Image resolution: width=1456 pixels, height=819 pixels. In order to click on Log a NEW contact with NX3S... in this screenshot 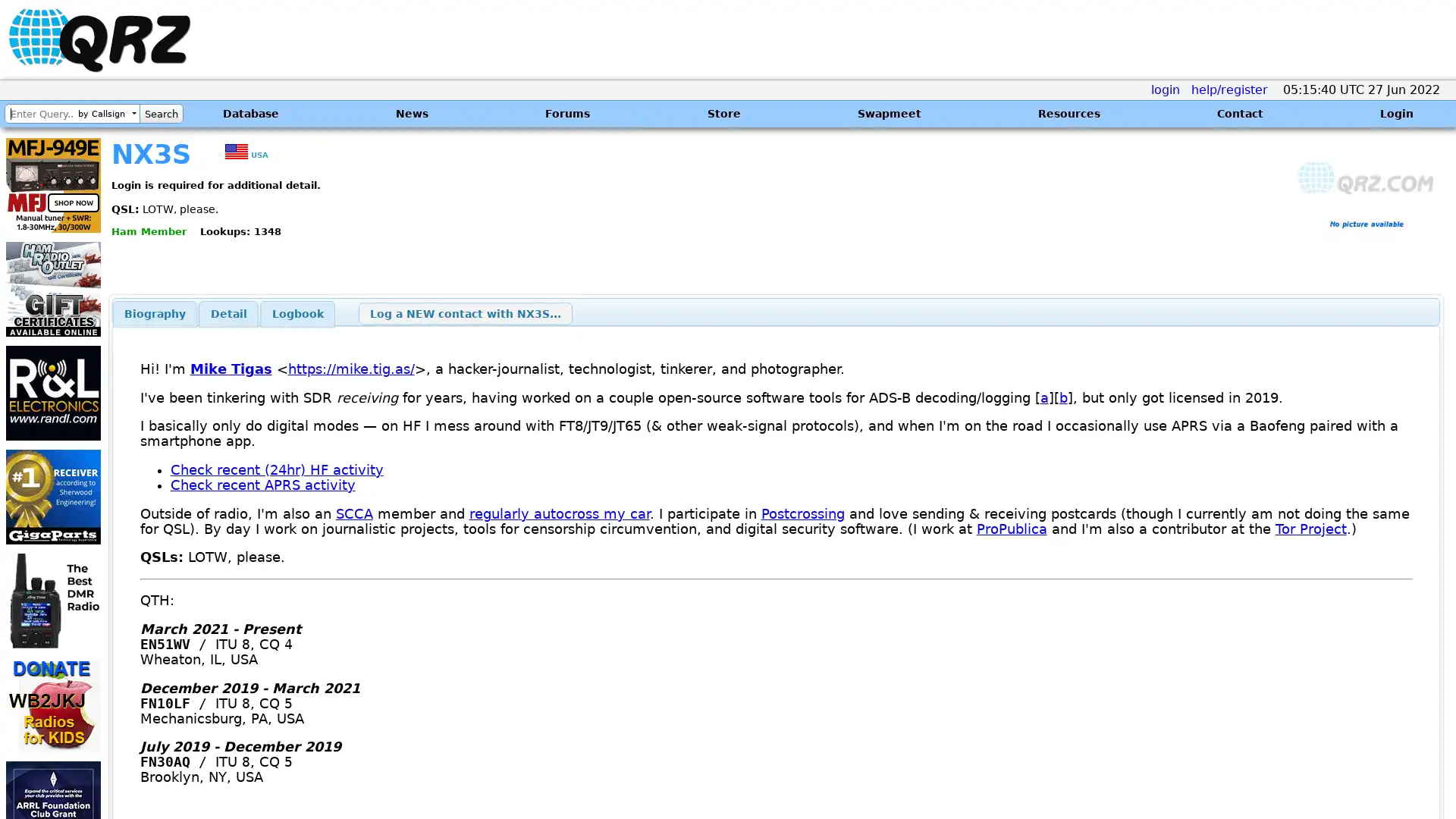, I will do `click(464, 312)`.